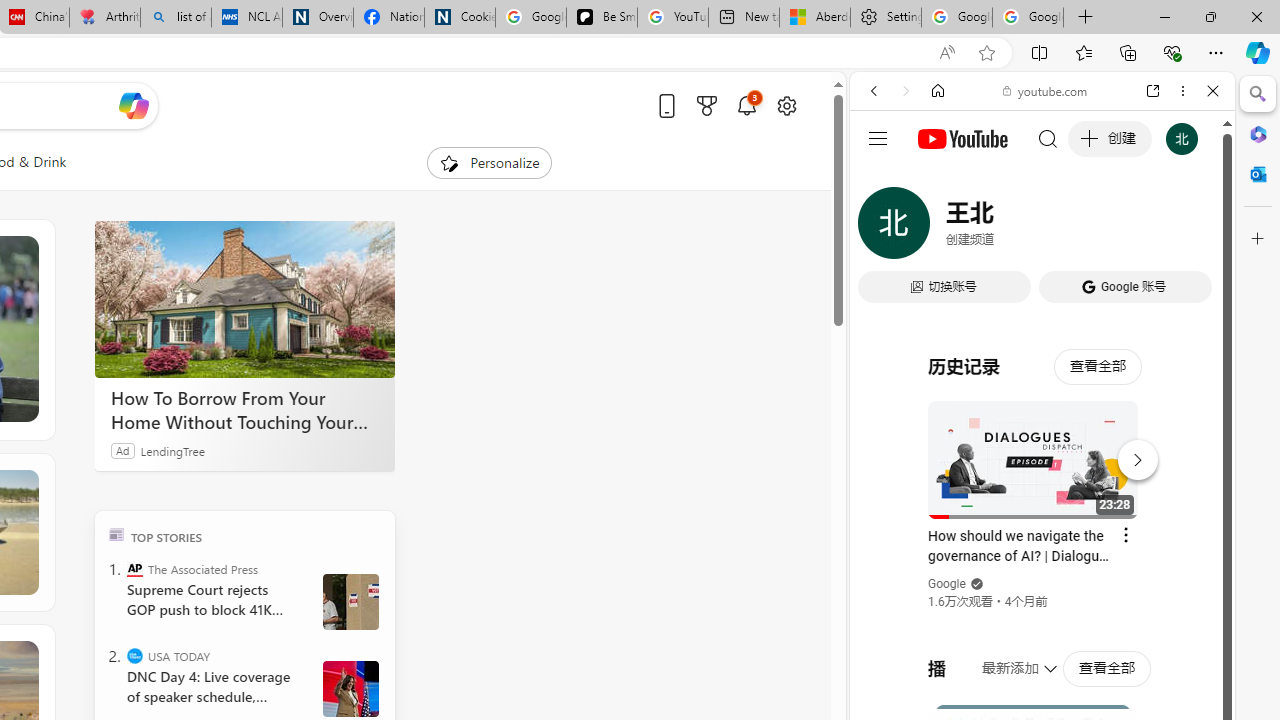  Describe the element at coordinates (881, 180) in the screenshot. I see `'Web scope'` at that location.